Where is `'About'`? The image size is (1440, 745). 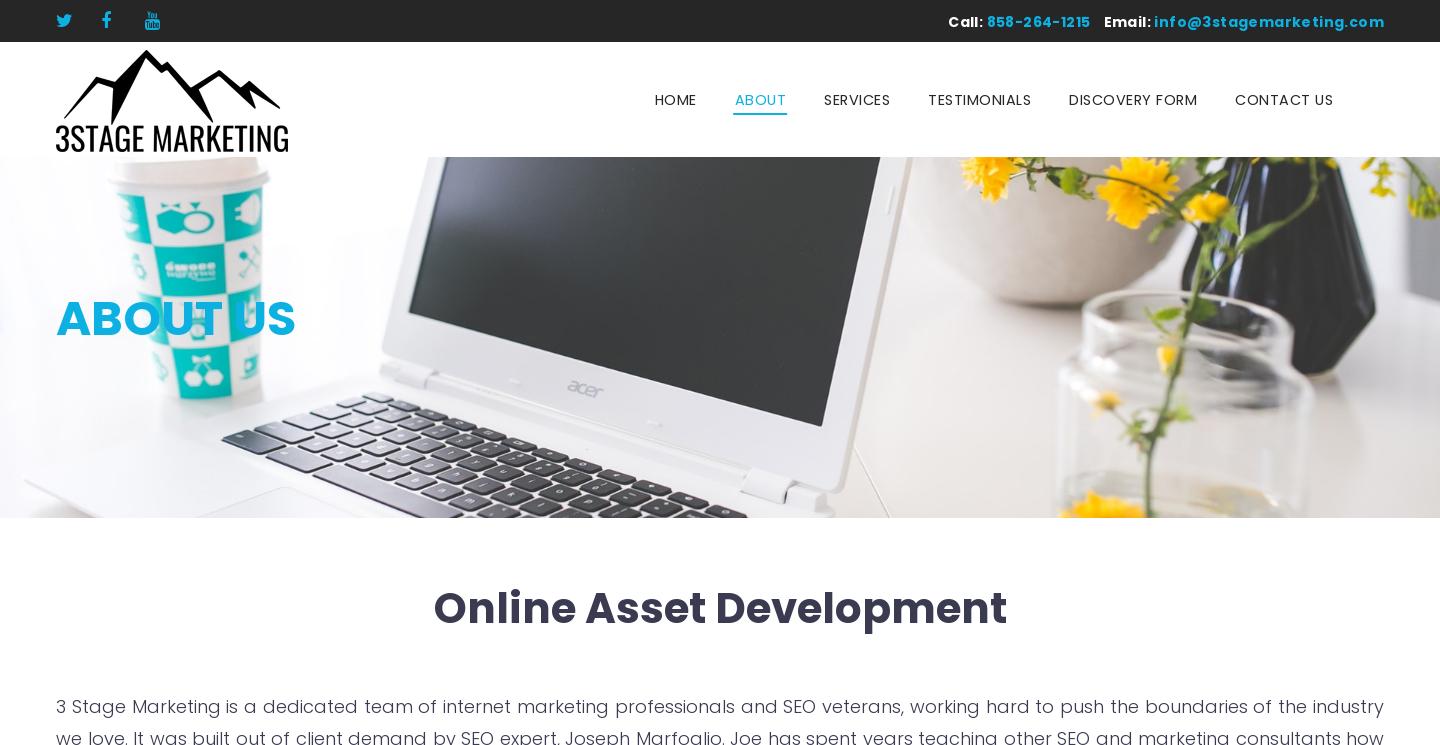
'About' is located at coordinates (759, 99).